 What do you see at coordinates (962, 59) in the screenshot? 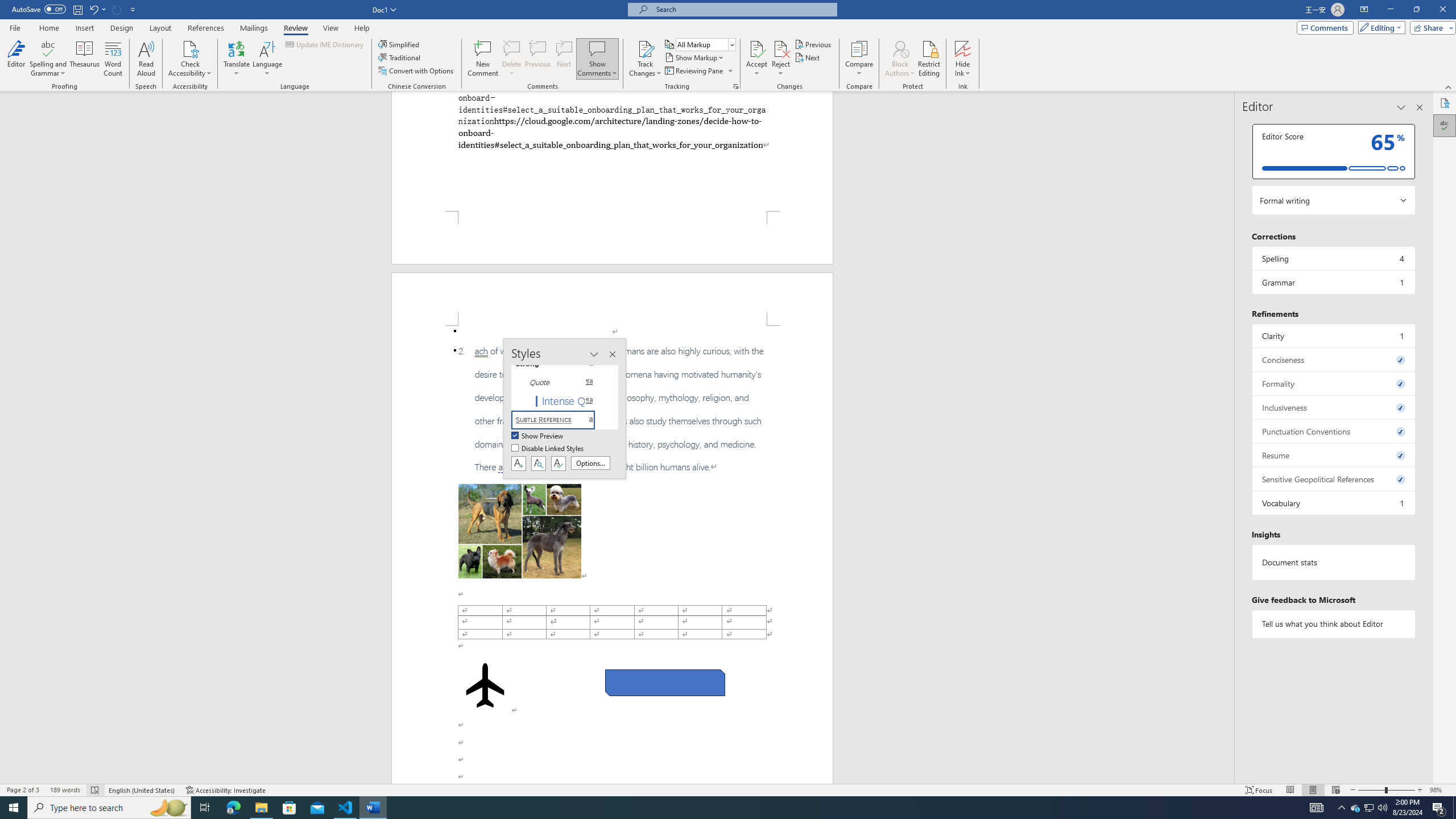
I see `'Hide Ink'` at bounding box center [962, 59].